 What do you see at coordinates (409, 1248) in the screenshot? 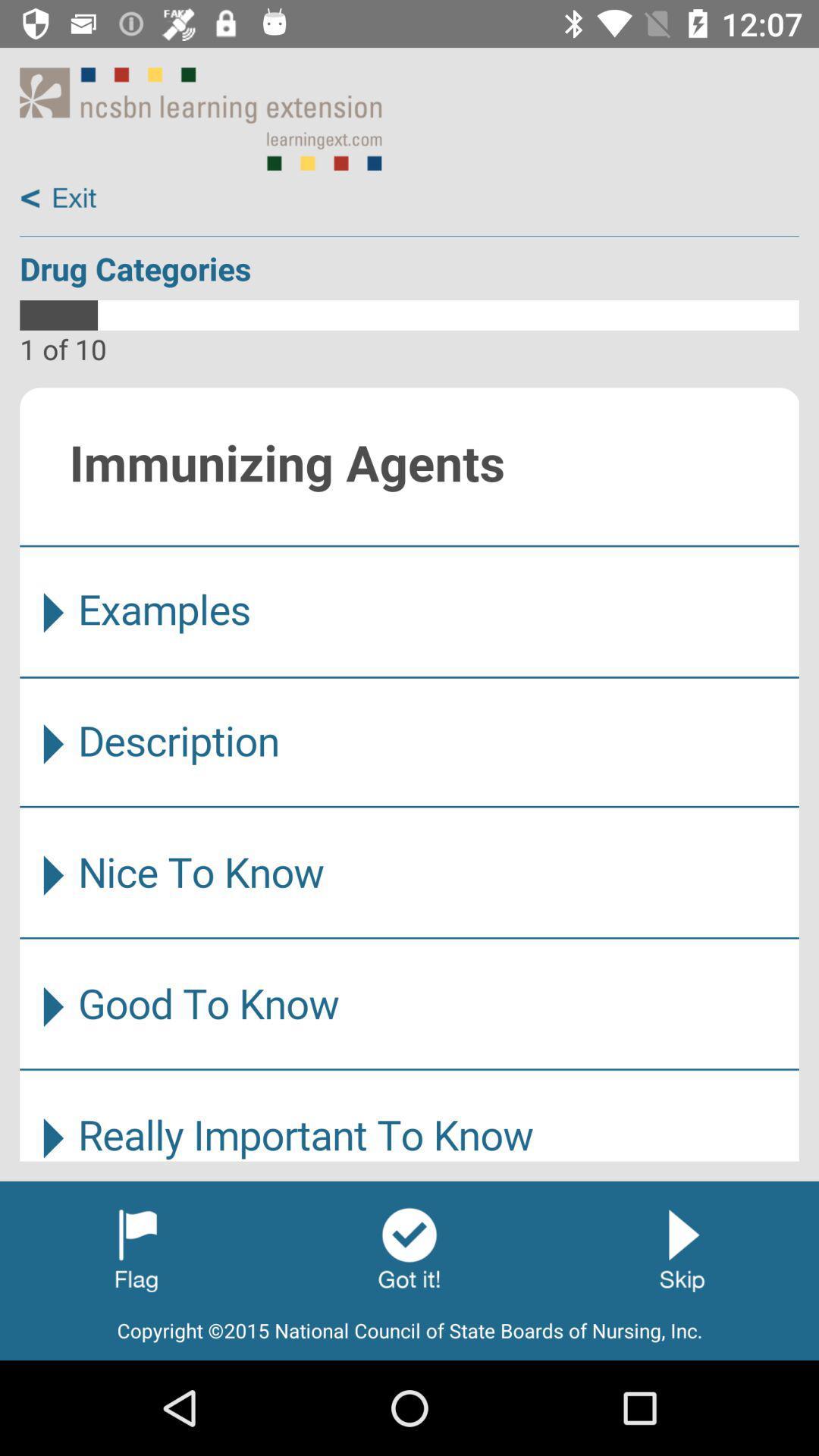
I see `ok` at bounding box center [409, 1248].